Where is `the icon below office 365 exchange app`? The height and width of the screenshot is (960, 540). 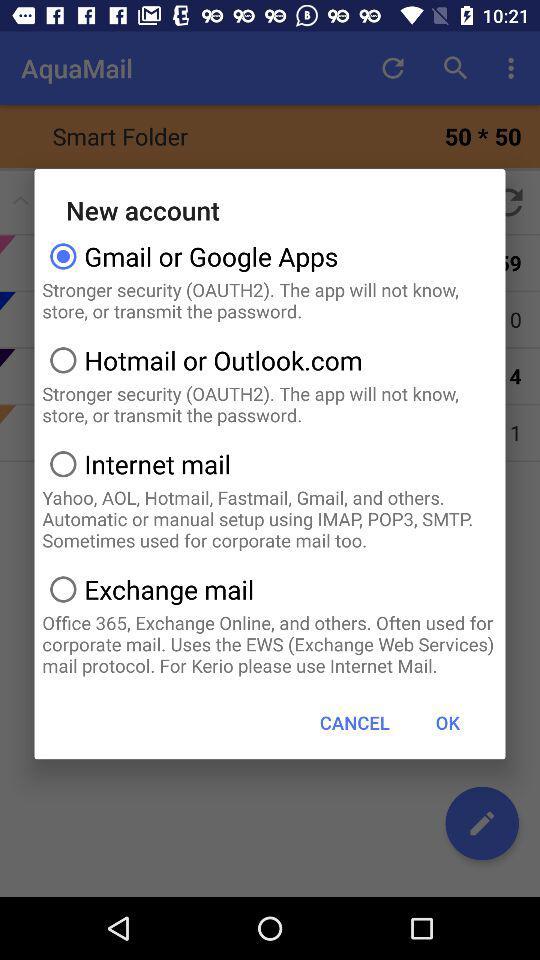
the icon below office 365 exchange app is located at coordinates (447, 721).